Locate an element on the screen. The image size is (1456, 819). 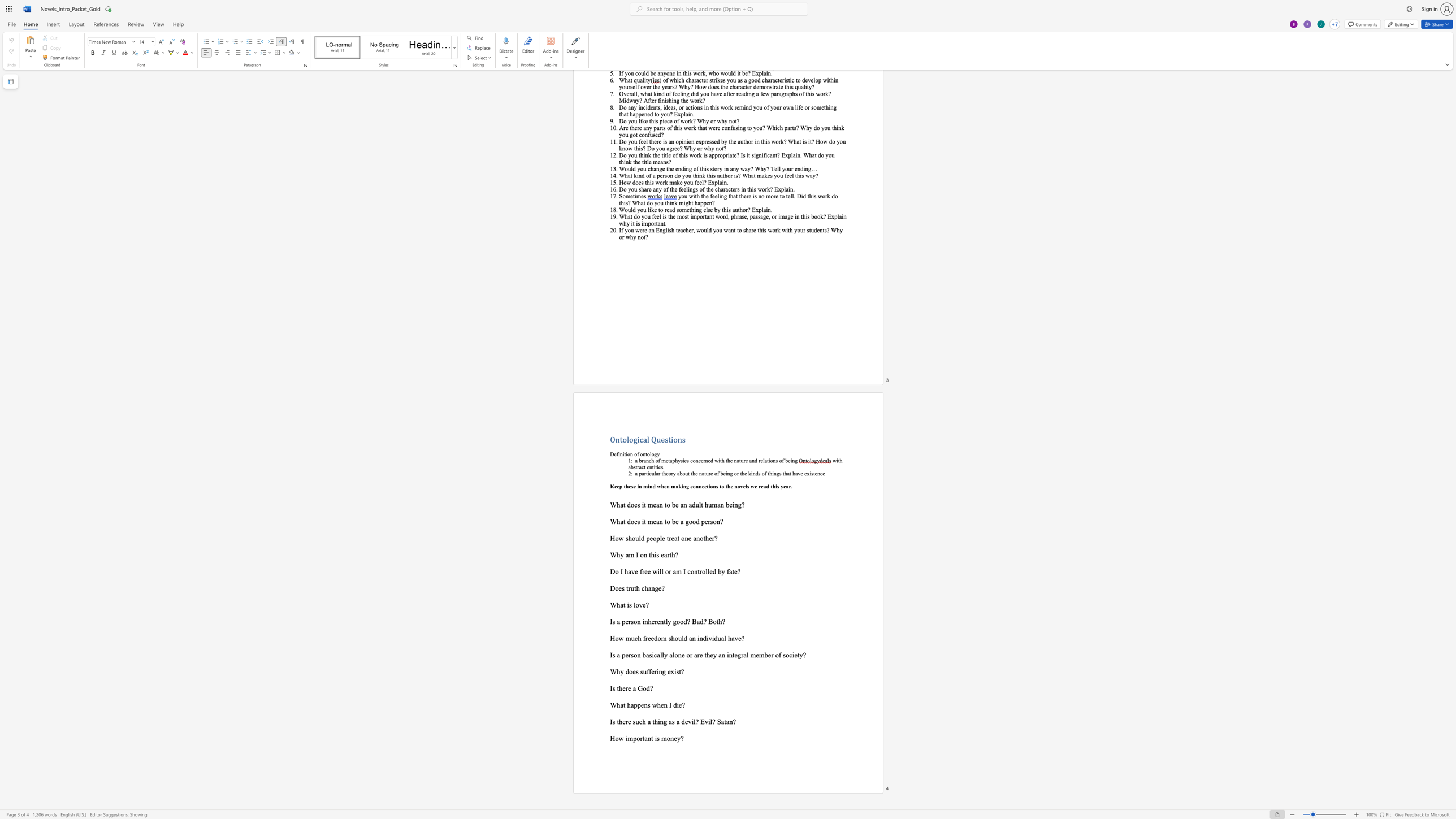
the space between the continuous character "r" and "u" in the text is located at coordinates (631, 588).